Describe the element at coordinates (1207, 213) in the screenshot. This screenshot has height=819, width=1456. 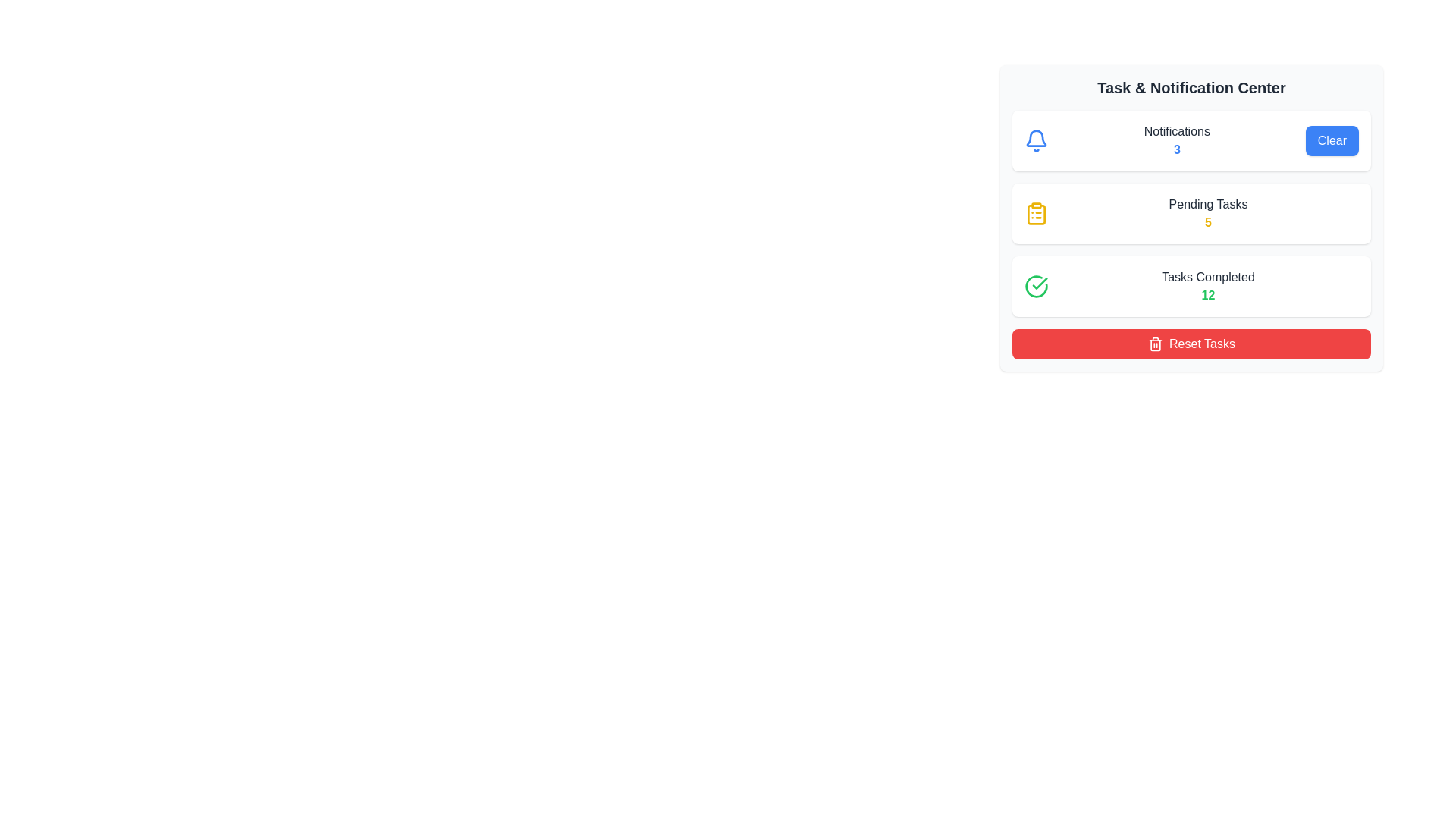
I see `text content of the summary indicator for pending tasks located in the middle section of the card under 'Task & Notification Center', adjacent to the clipboard icon` at that location.